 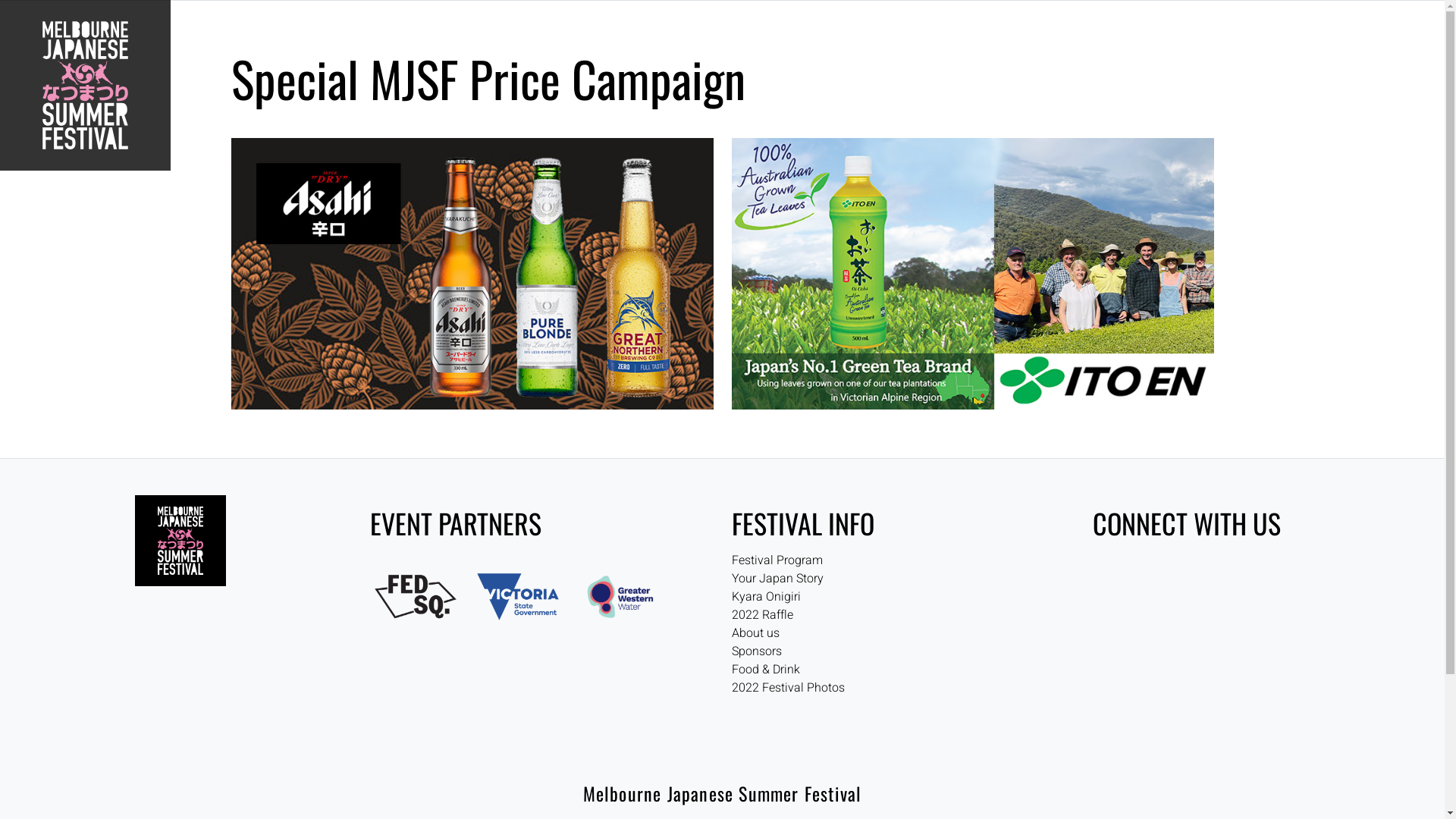 What do you see at coordinates (765, 595) in the screenshot?
I see `'Kyara Onigiri'` at bounding box center [765, 595].